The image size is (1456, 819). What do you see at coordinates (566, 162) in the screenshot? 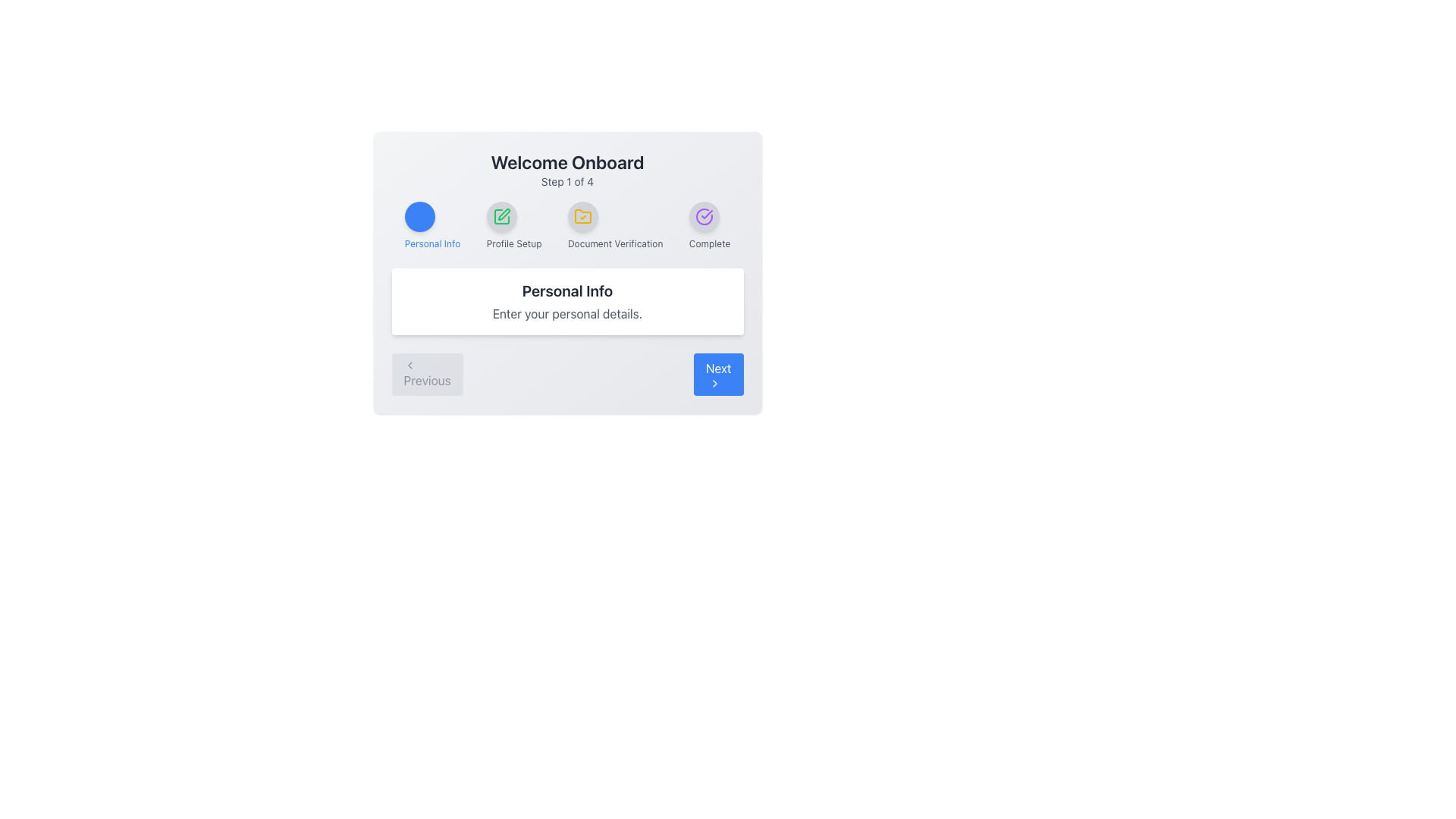
I see `static text element displaying 'Welcome Onboard', which is bold and centered near the top of the user interface` at bounding box center [566, 162].